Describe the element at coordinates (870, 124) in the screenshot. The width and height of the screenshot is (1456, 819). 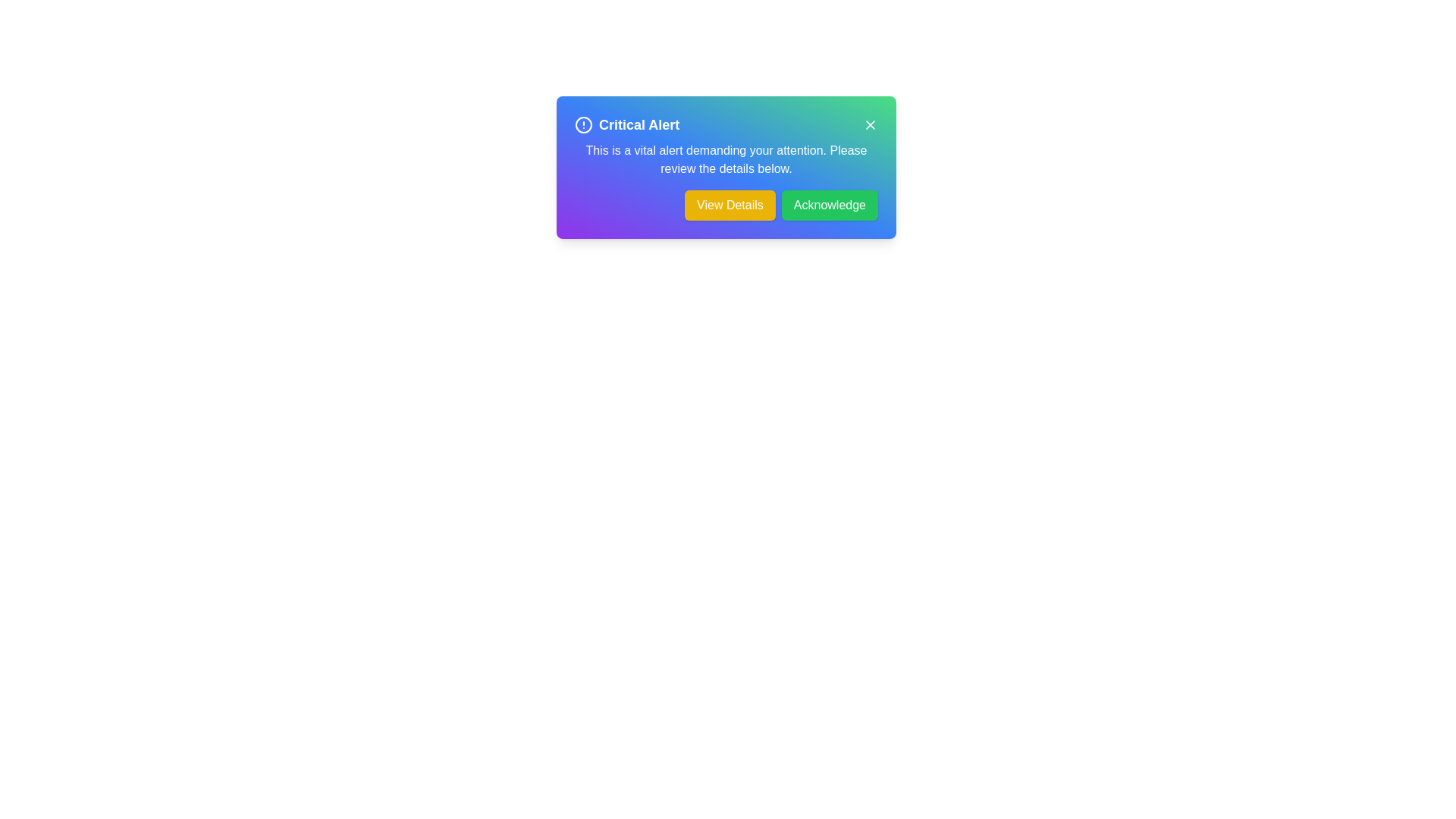
I see `the close button, represented by an 'X' symbol, located in the top-right corner of the multicolor alert dialogue box` at that location.